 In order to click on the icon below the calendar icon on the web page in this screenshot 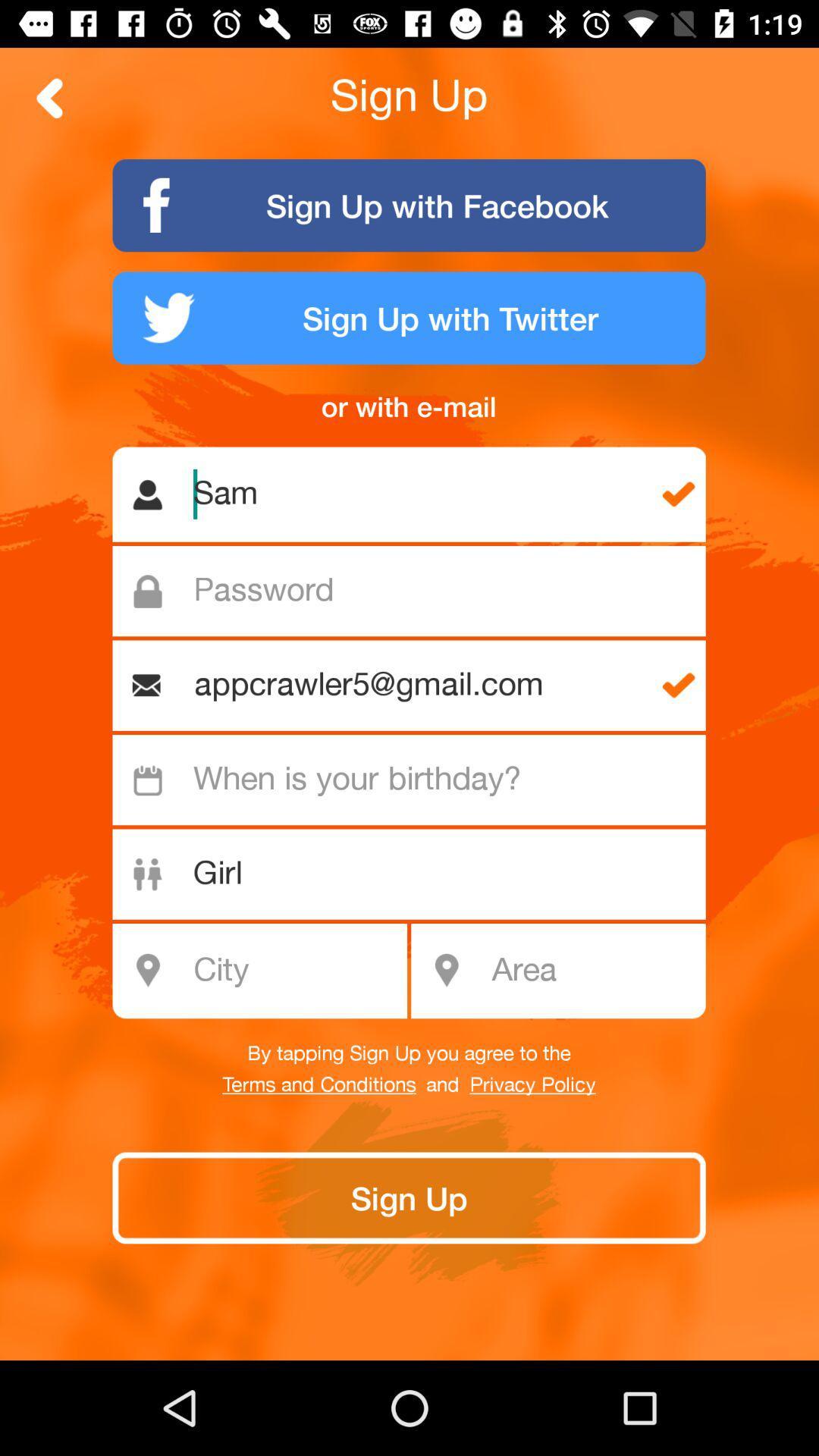, I will do `click(148, 874)`.